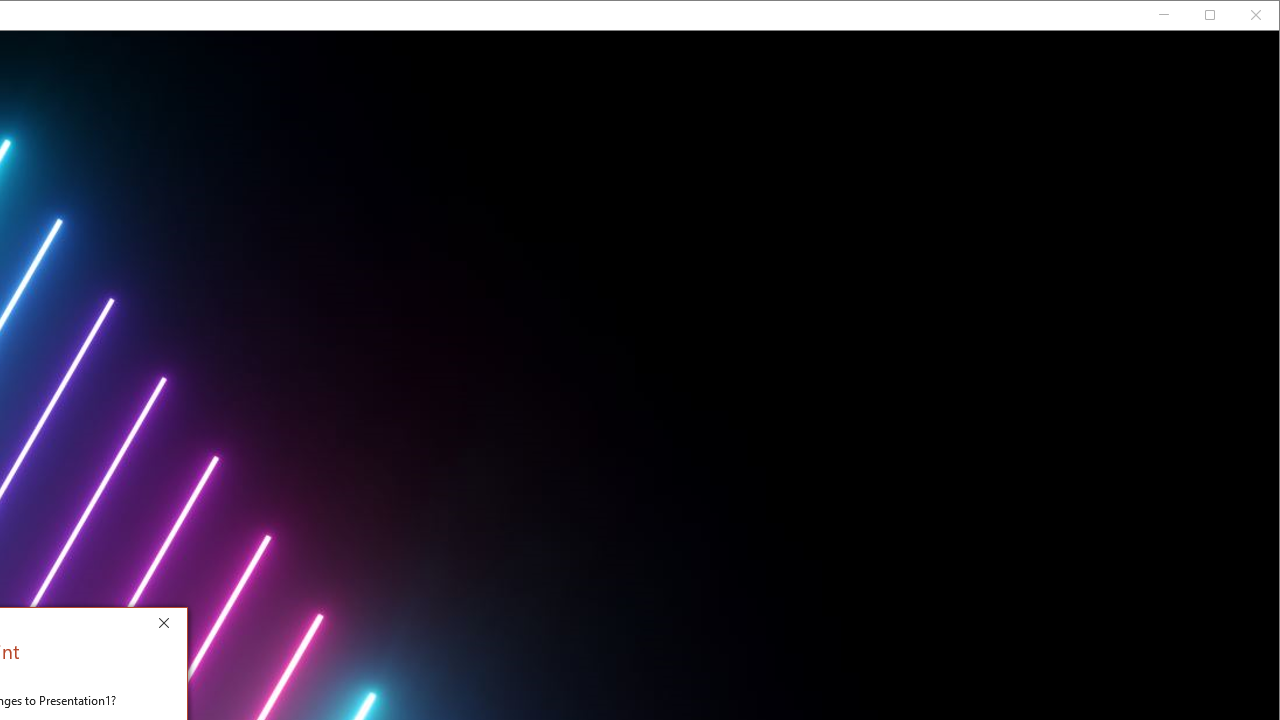  What do you see at coordinates (1238, 19) in the screenshot?
I see `'Maximize'` at bounding box center [1238, 19].